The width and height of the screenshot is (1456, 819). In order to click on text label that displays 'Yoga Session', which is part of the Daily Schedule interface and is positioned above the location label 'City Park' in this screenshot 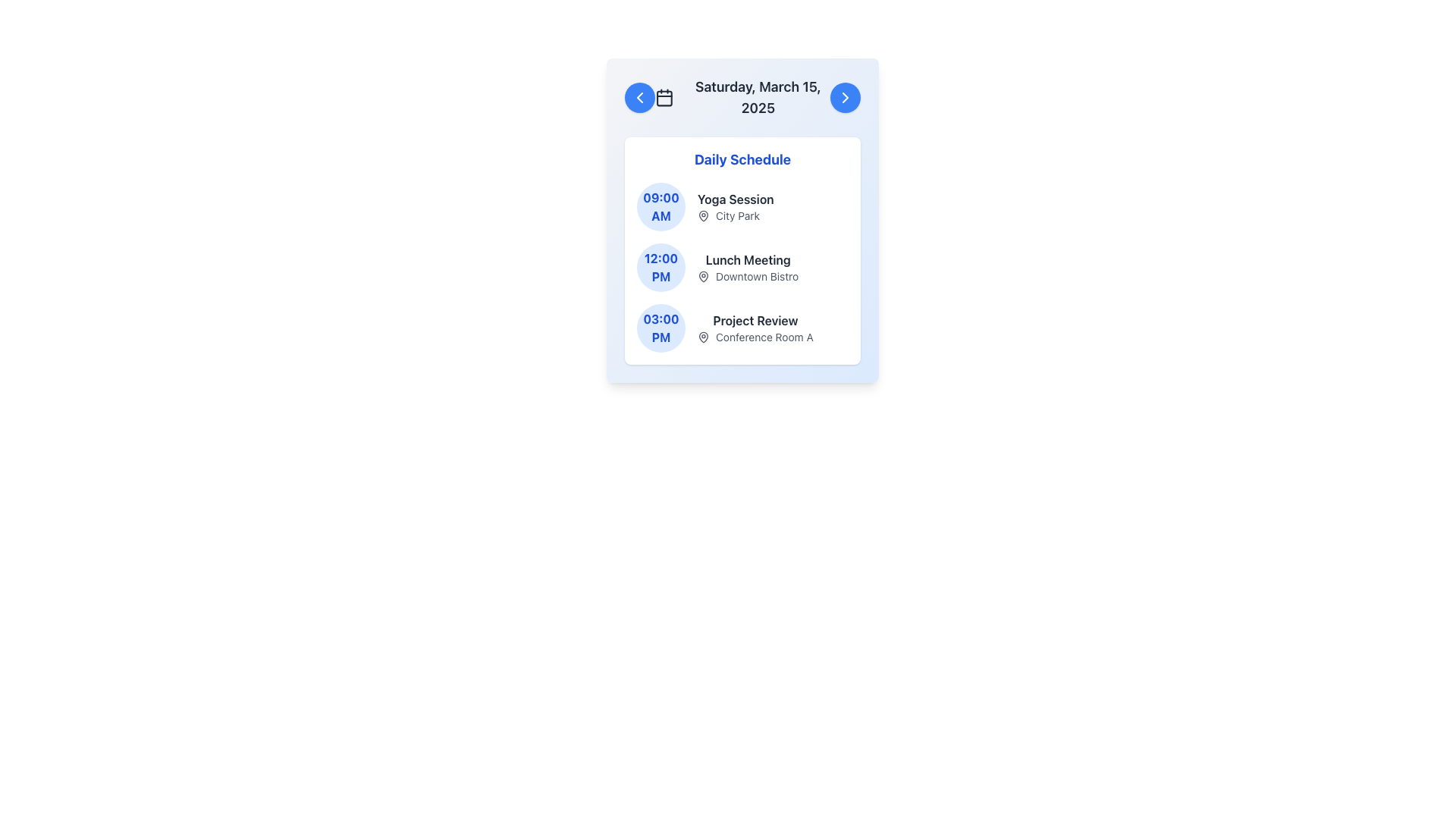, I will do `click(736, 198)`.